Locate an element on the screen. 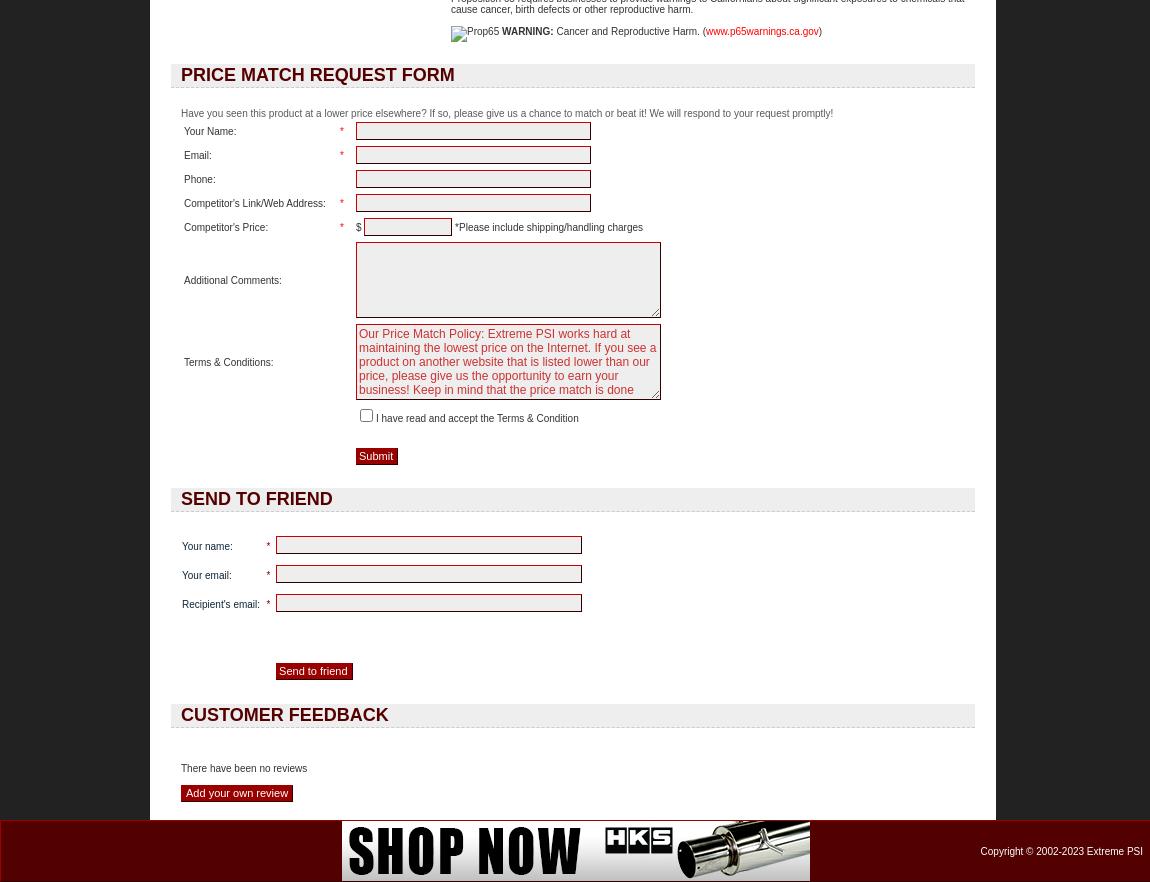  'Phone:' is located at coordinates (198, 177).